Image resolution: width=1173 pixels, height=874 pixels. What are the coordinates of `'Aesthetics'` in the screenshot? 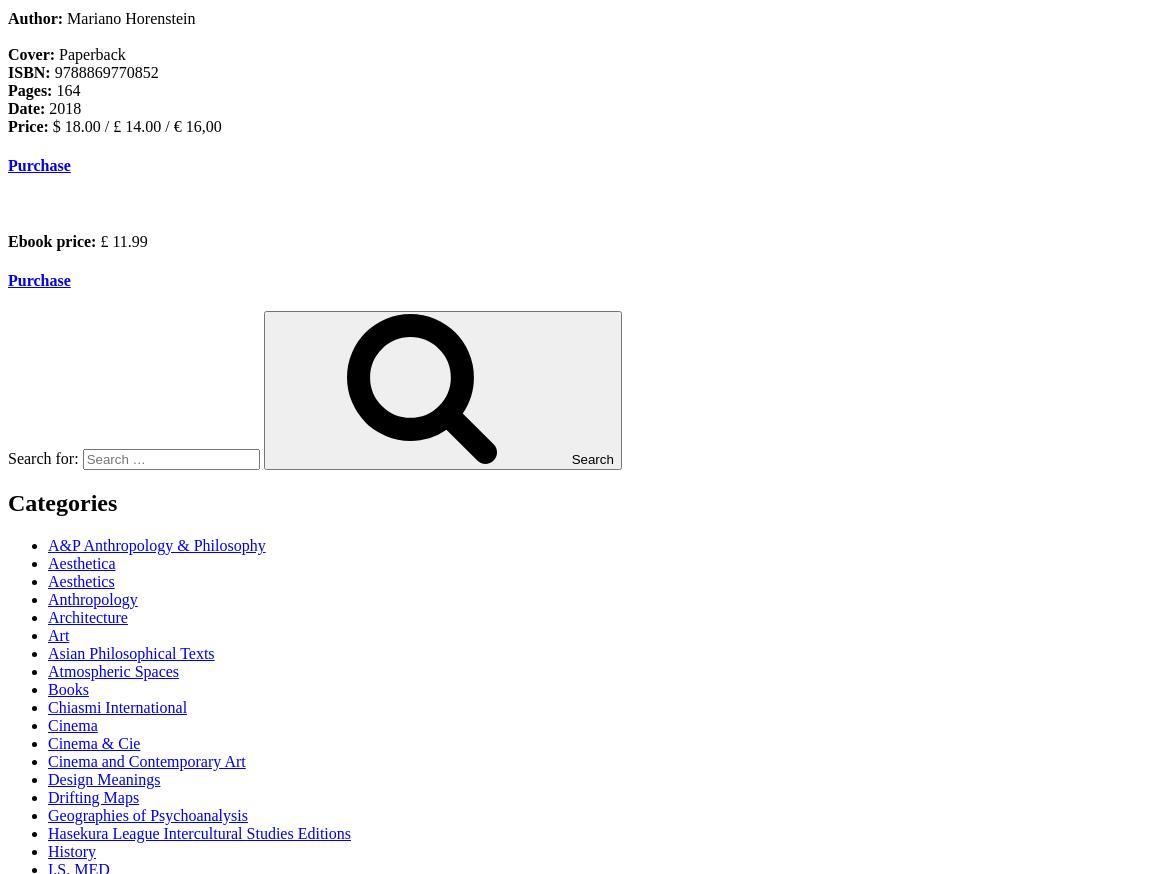 It's located at (81, 580).